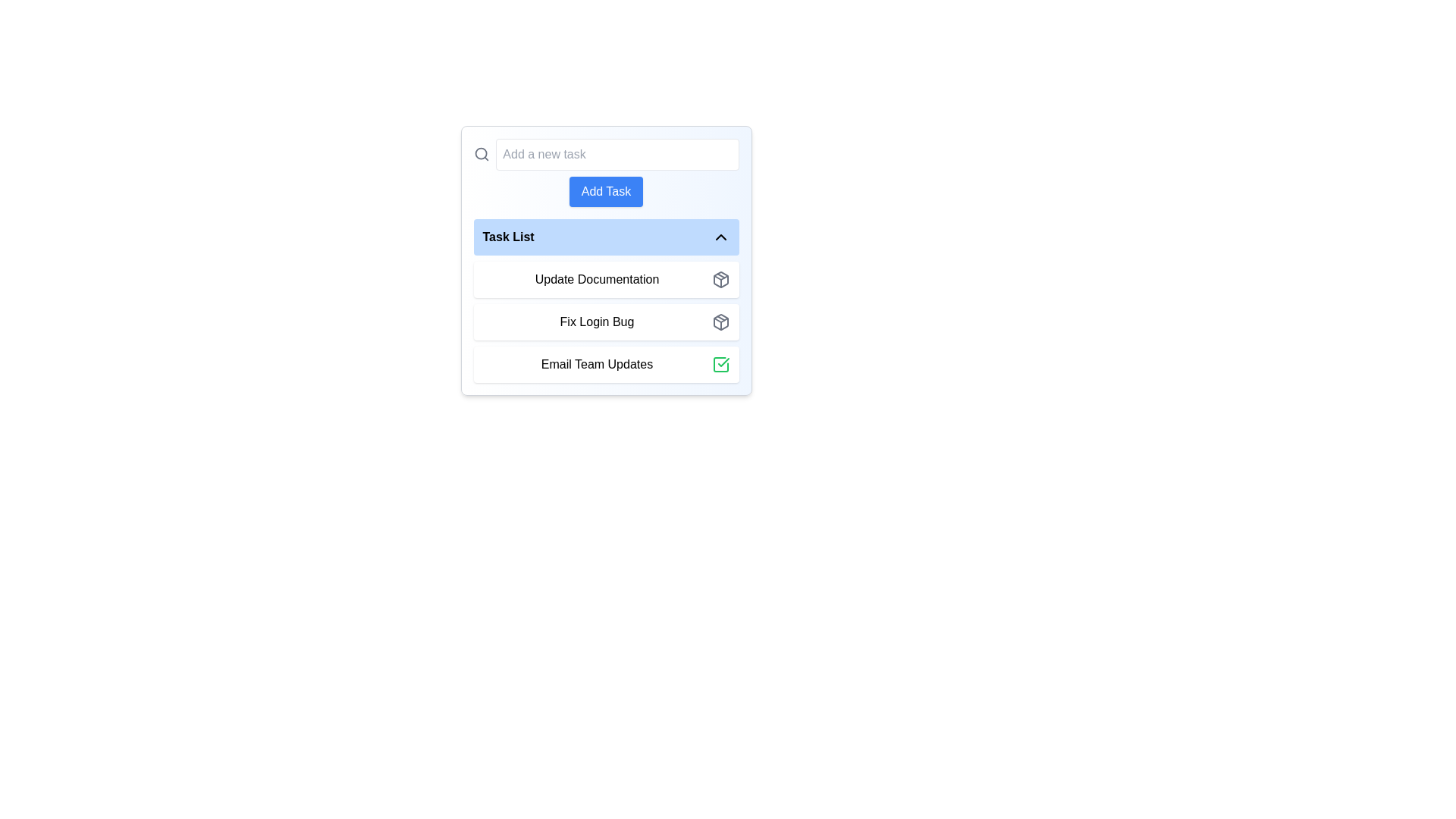 The height and width of the screenshot is (819, 1456). What do you see at coordinates (720, 278) in the screenshot?
I see `the triangular SVG element part of the icon located to the right of the 'Fix Login Bug' text in the task list` at bounding box center [720, 278].